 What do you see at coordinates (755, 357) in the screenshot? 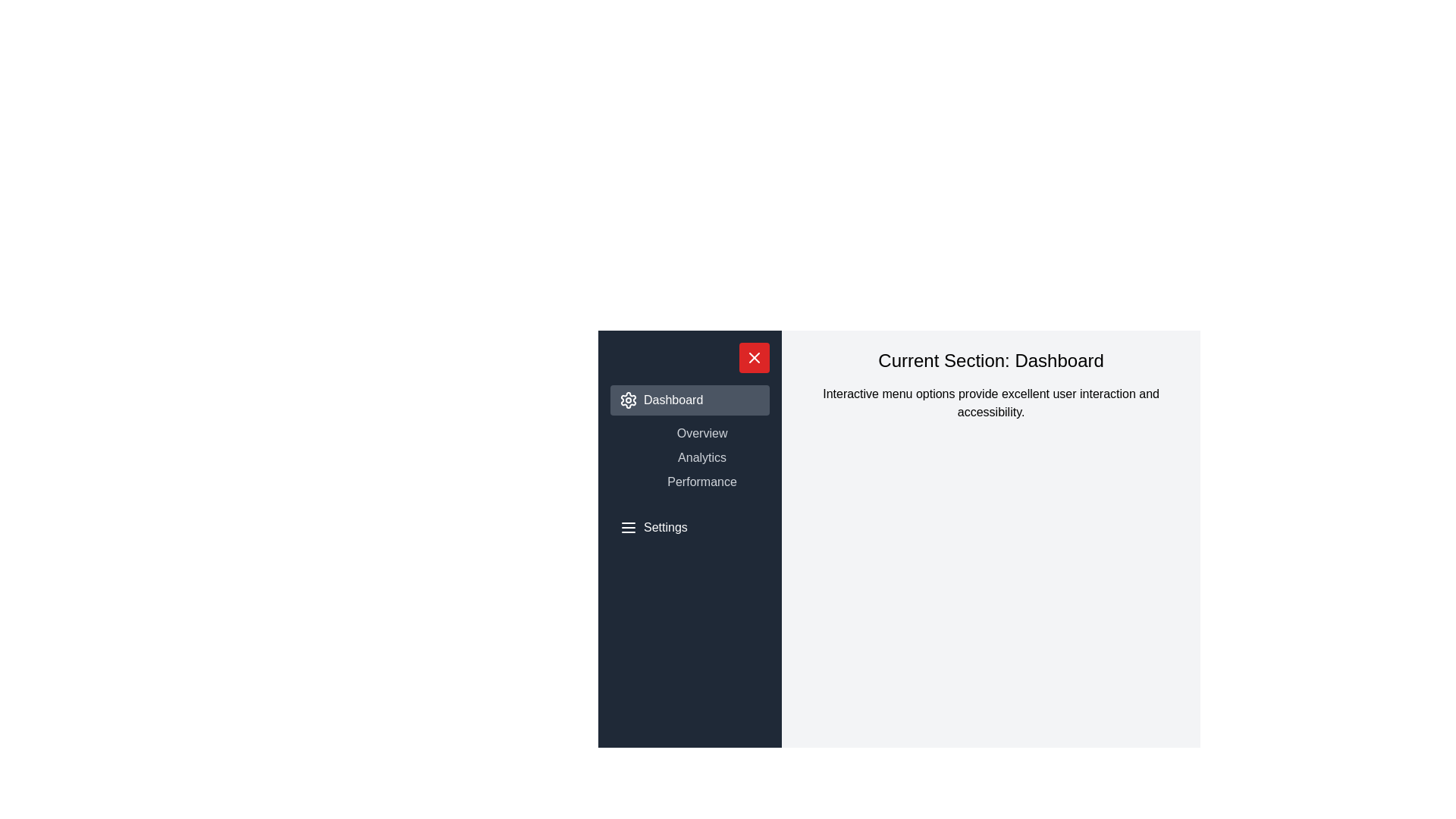
I see `the button located in the top-right corner of the sidebar panel` at bounding box center [755, 357].